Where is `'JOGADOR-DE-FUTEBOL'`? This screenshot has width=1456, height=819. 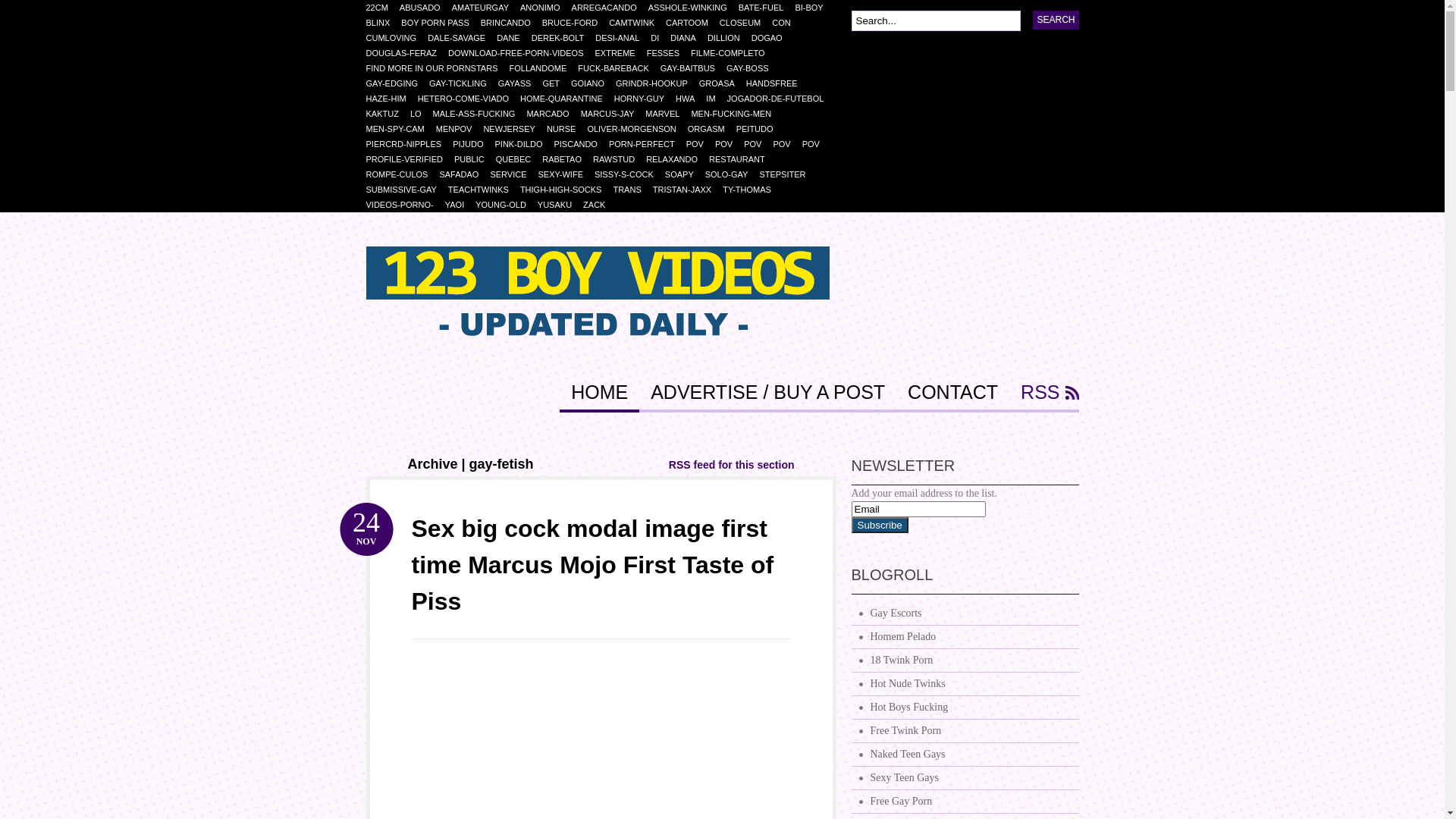 'JOGADOR-DE-FUTEBOL' is located at coordinates (781, 99).